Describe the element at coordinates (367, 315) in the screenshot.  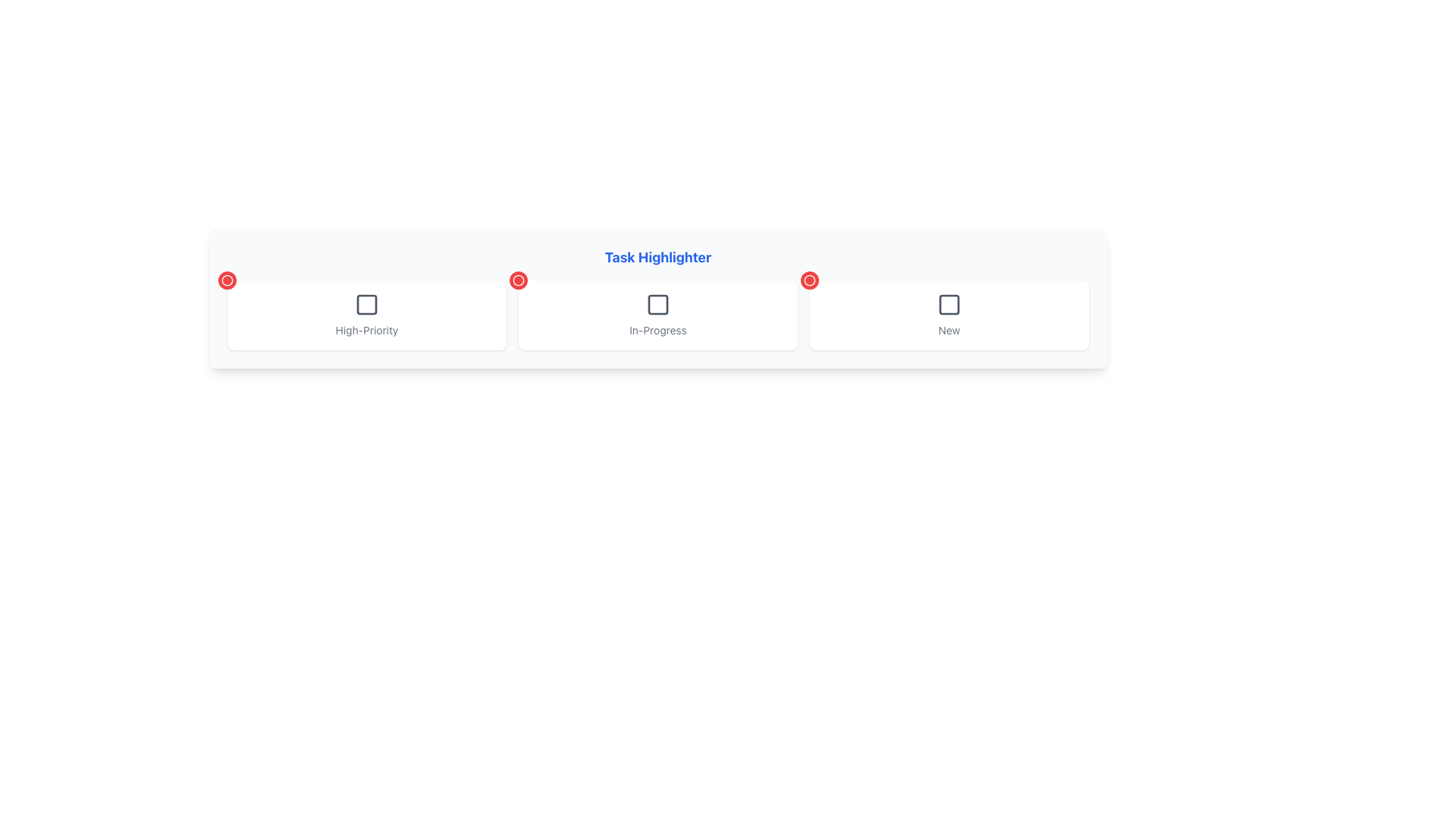
I see `the 'High-Priority' static card, which is the leftmost card in a horizontal grid of three cards, featuring a gray square icon and the text 'High-Priority' beneath it` at that location.